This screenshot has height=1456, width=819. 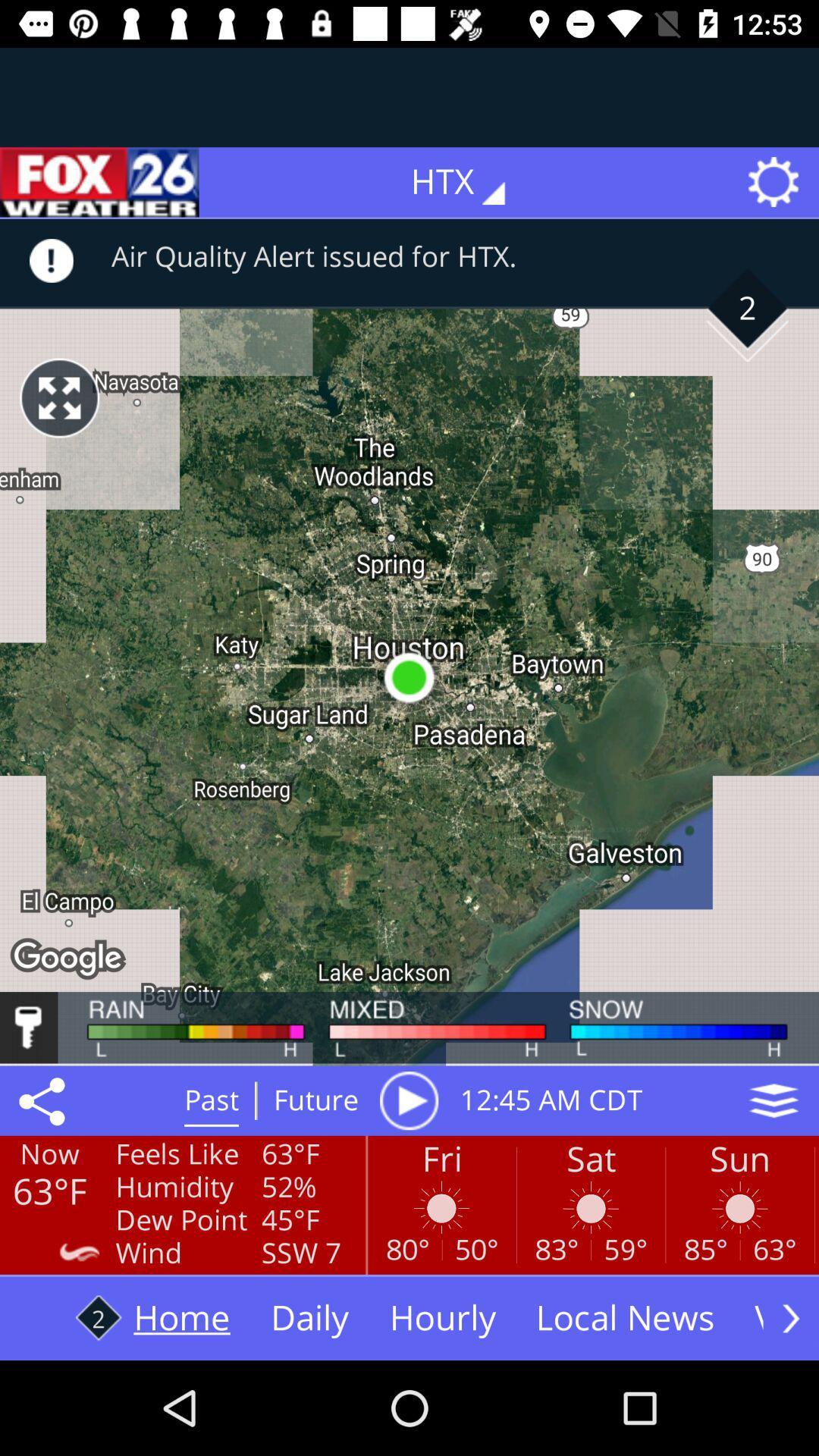 What do you see at coordinates (408, 1100) in the screenshot?
I see `icon next to the 12 45 am` at bounding box center [408, 1100].